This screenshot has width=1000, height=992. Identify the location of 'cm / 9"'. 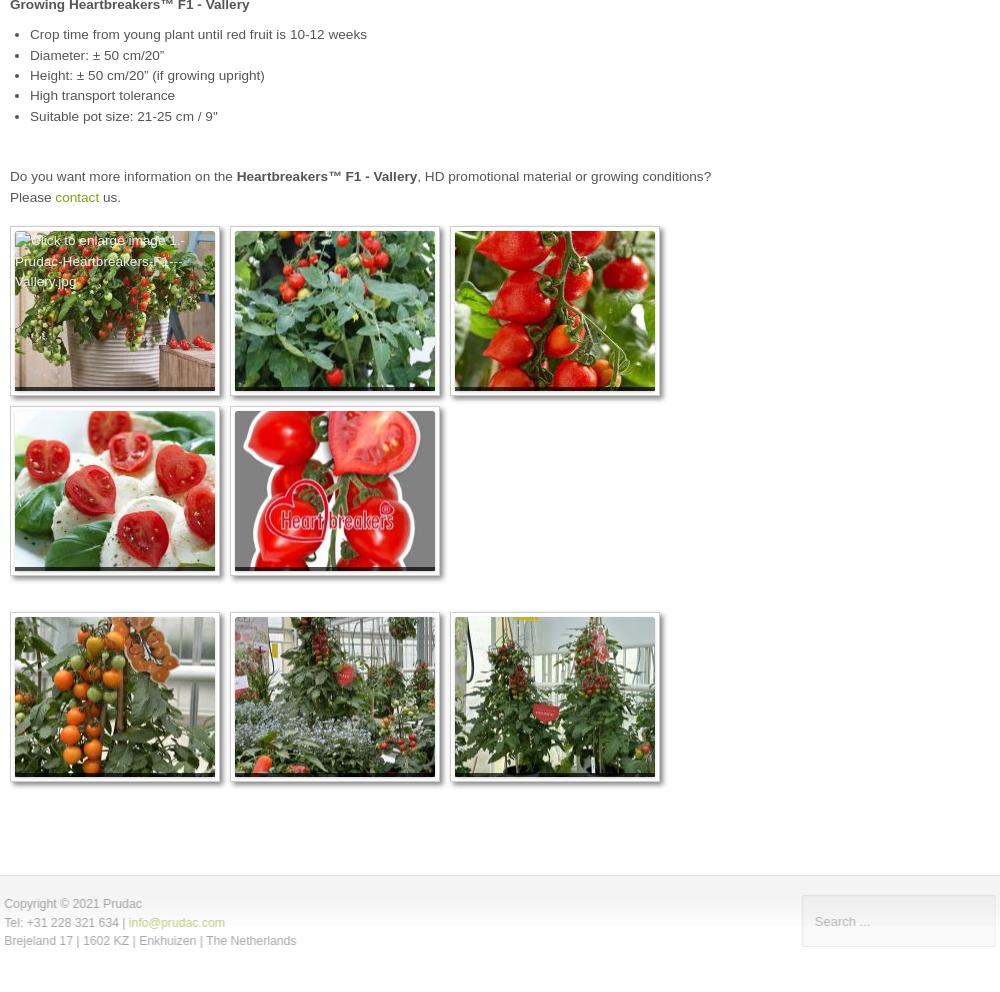
(195, 114).